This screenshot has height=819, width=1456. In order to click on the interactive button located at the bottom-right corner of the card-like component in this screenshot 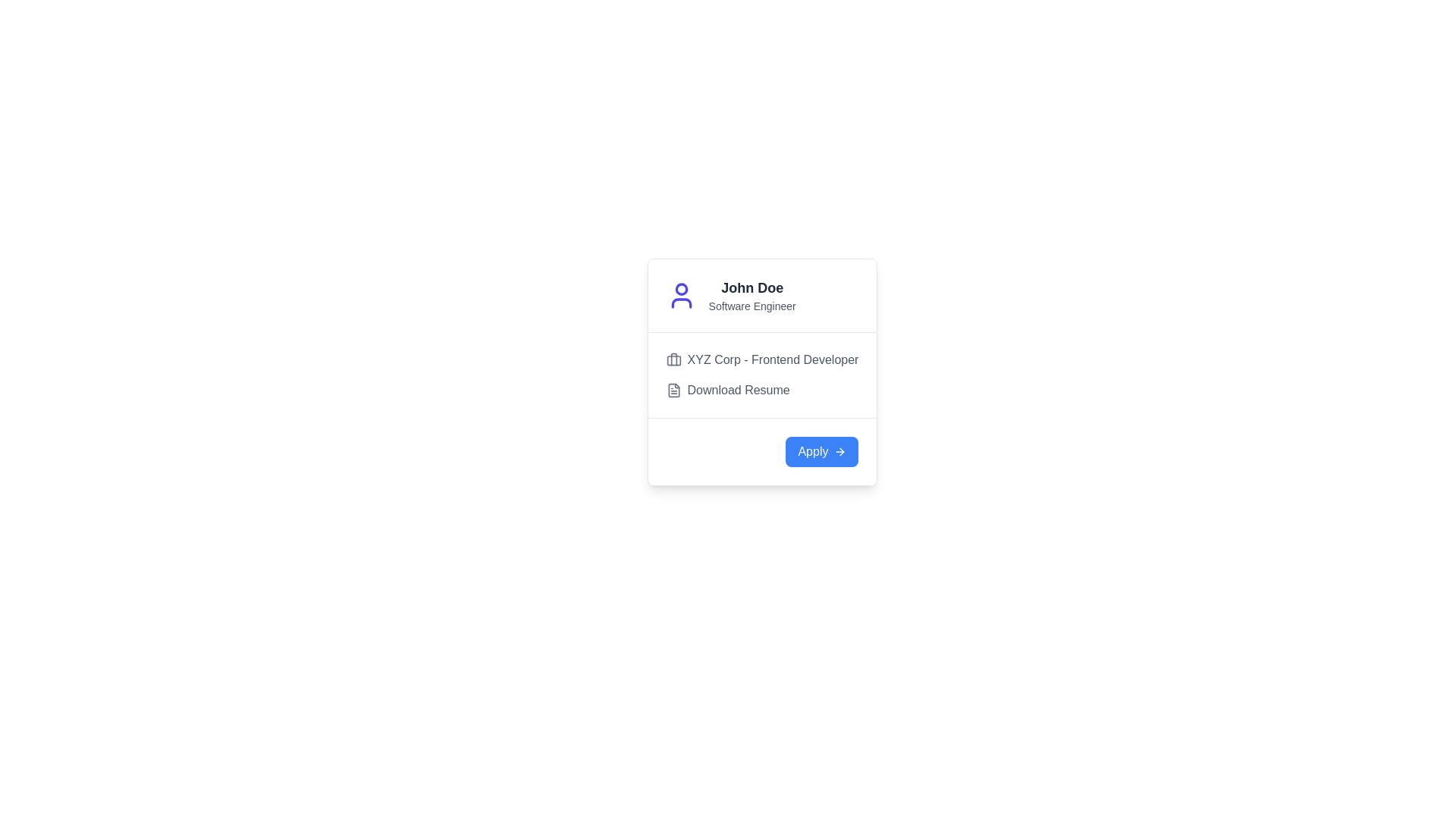, I will do `click(821, 451)`.